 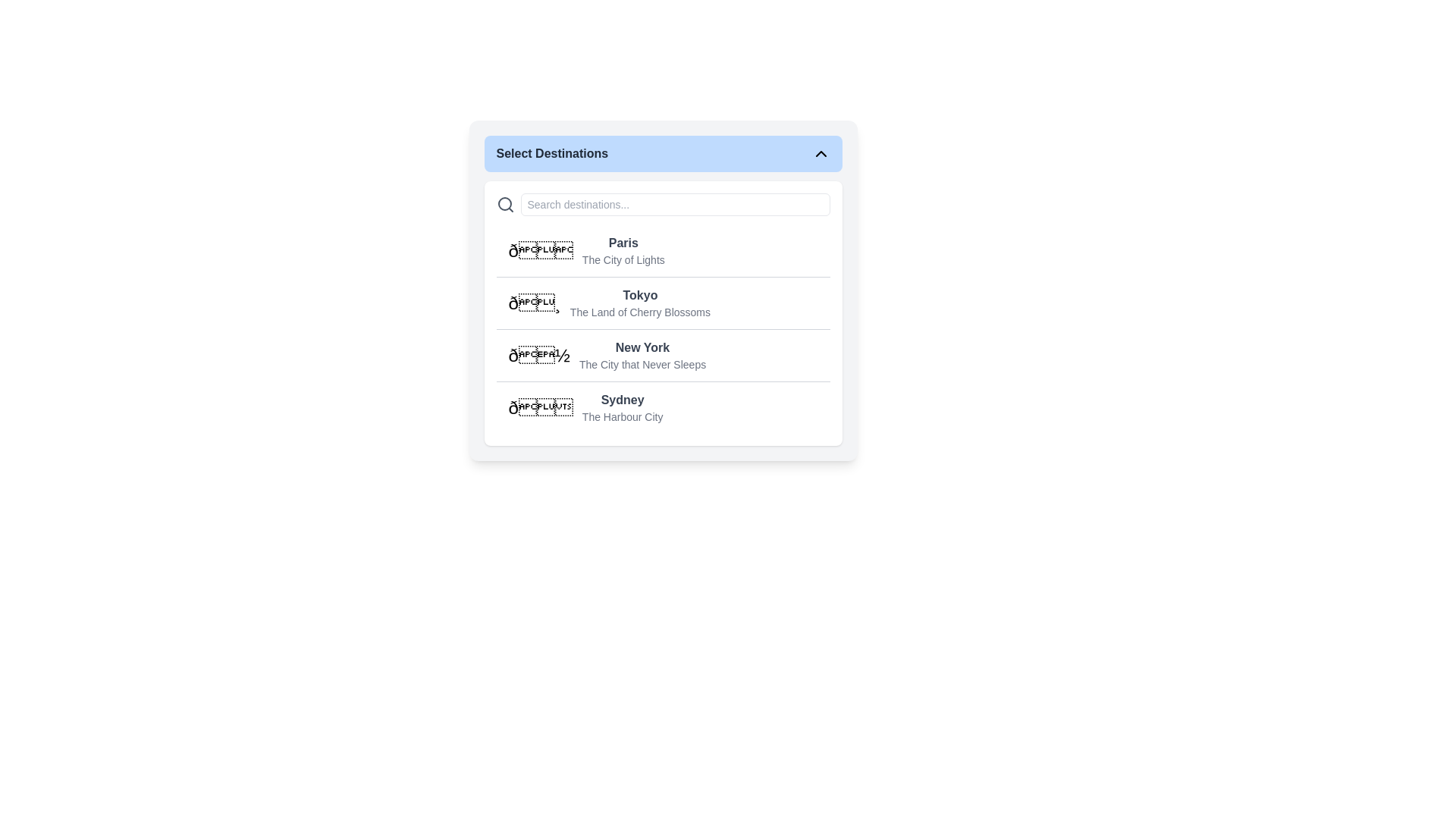 What do you see at coordinates (642, 365) in the screenshot?
I see `the text label that provides additional context or information about the destination 'New York', located directly below the title 'New York'` at bounding box center [642, 365].